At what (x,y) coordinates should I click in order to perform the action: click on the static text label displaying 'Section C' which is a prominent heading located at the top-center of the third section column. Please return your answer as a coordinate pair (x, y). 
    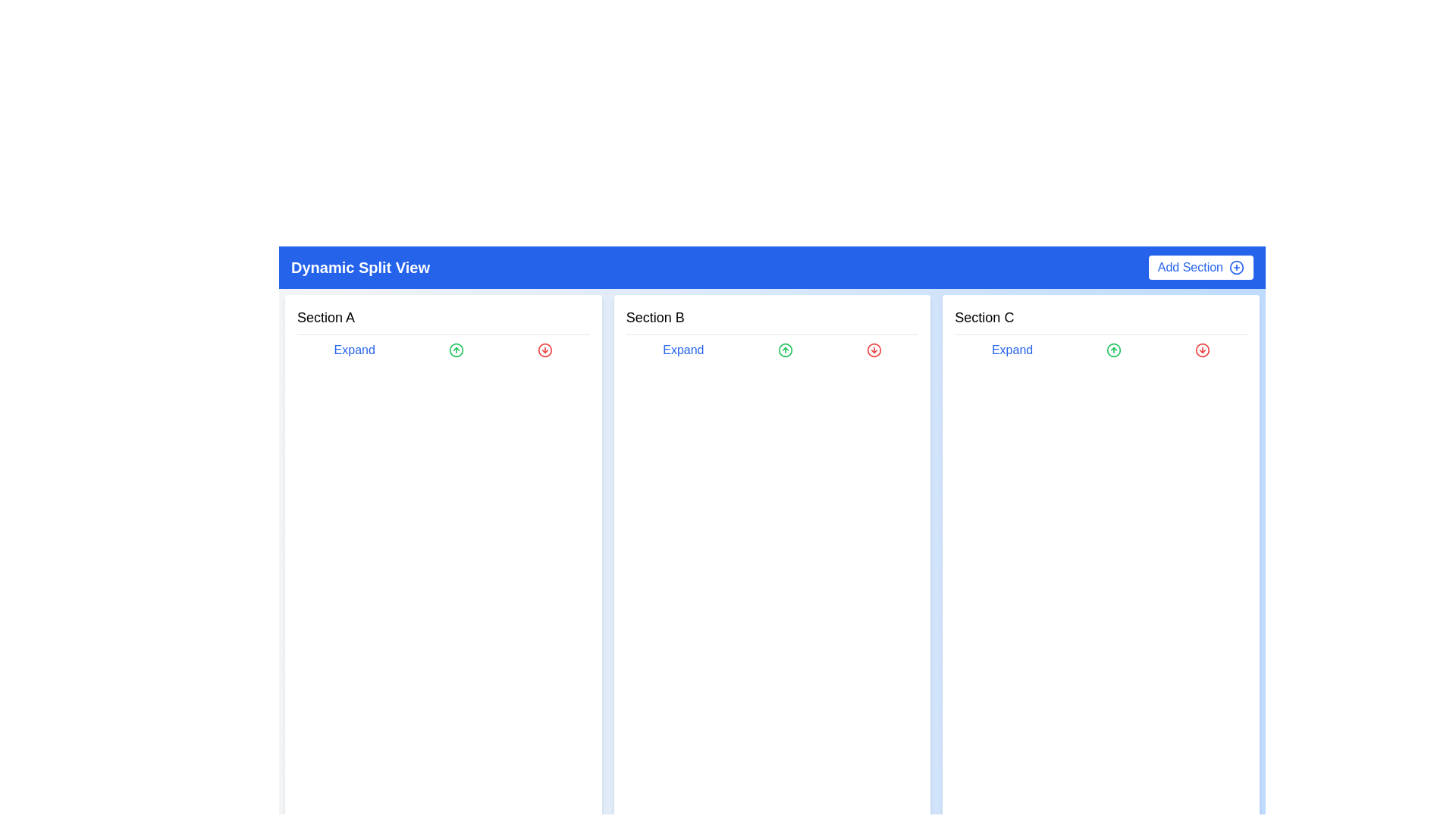
    Looking at the image, I should click on (984, 317).